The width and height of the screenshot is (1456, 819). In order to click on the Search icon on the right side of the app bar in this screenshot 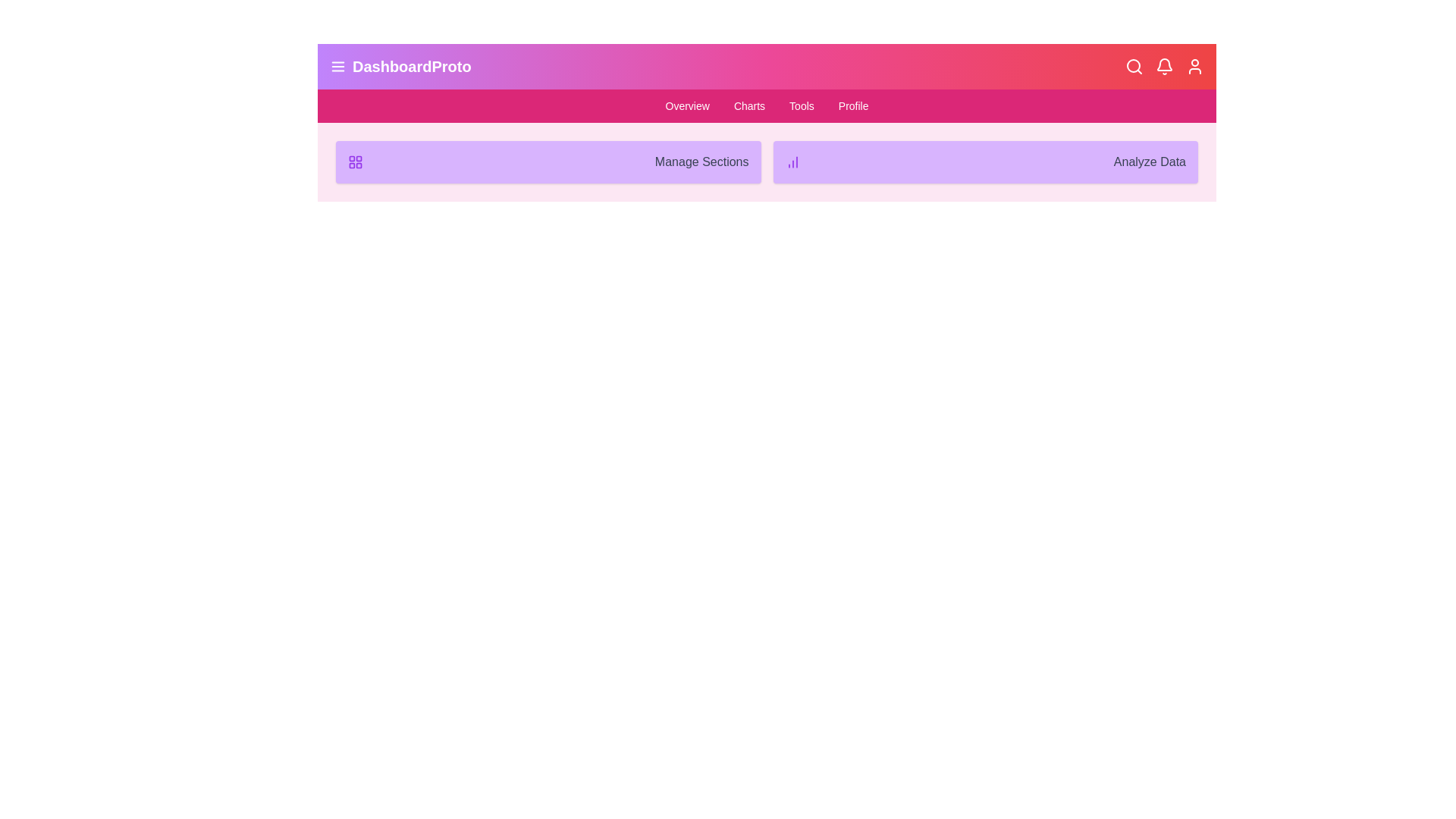, I will do `click(1134, 66)`.